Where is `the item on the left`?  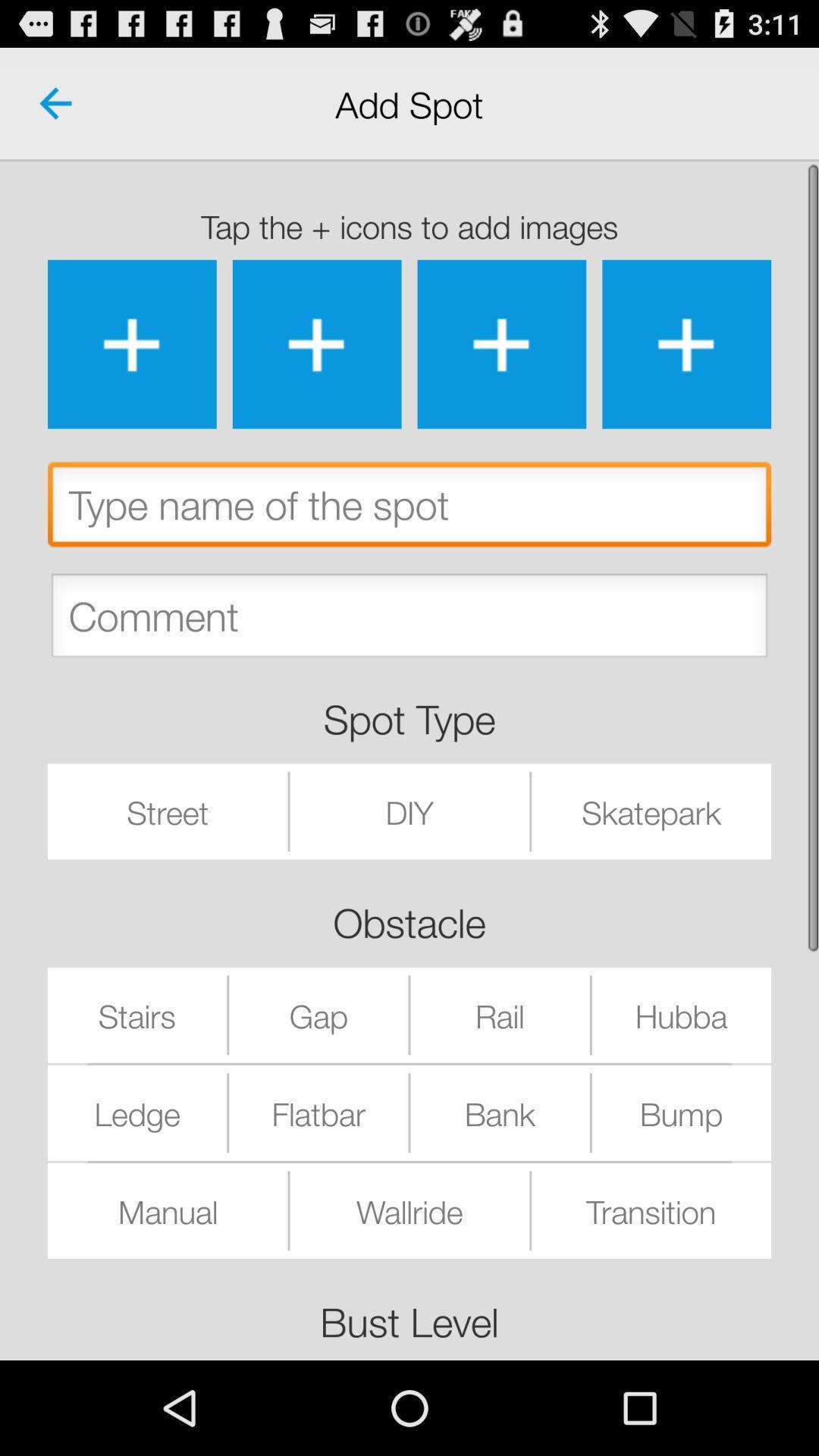 the item on the left is located at coordinates (168, 811).